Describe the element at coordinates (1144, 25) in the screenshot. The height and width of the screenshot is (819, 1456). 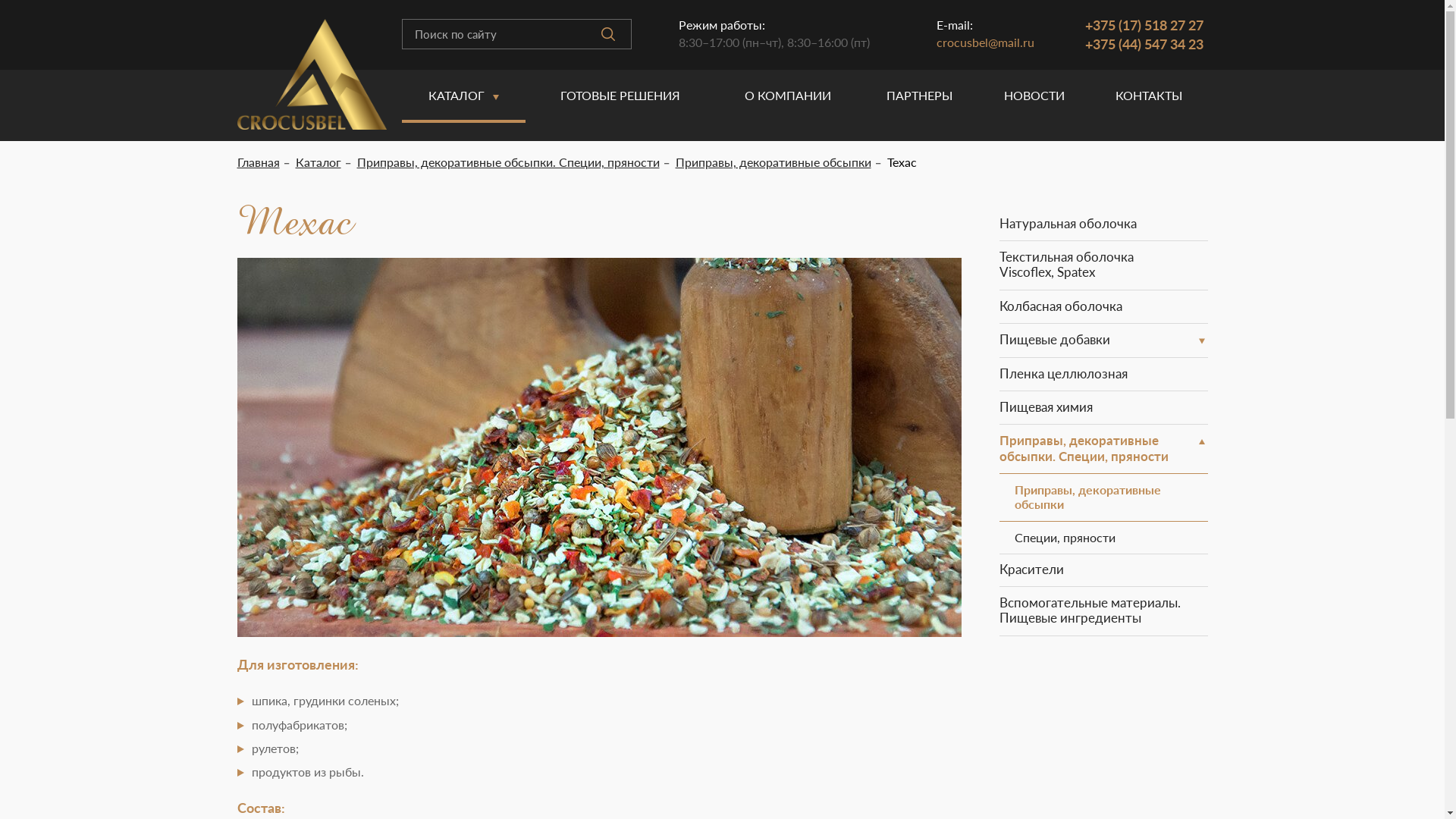
I see `'+375 (17) 518 27 27'` at that location.